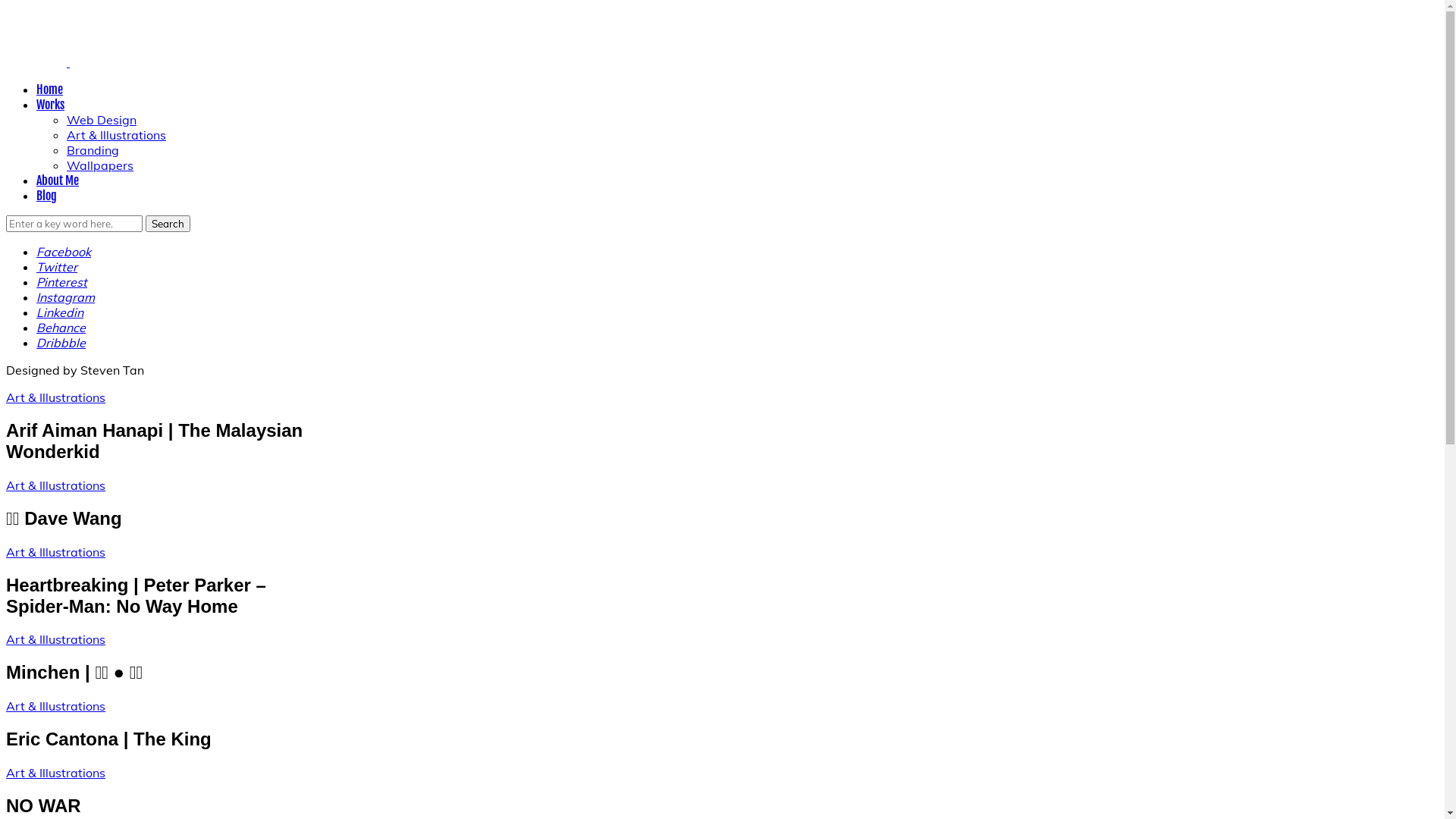 The height and width of the screenshot is (819, 1456). Describe the element at coordinates (59, 312) in the screenshot. I see `'Linkedin'` at that location.